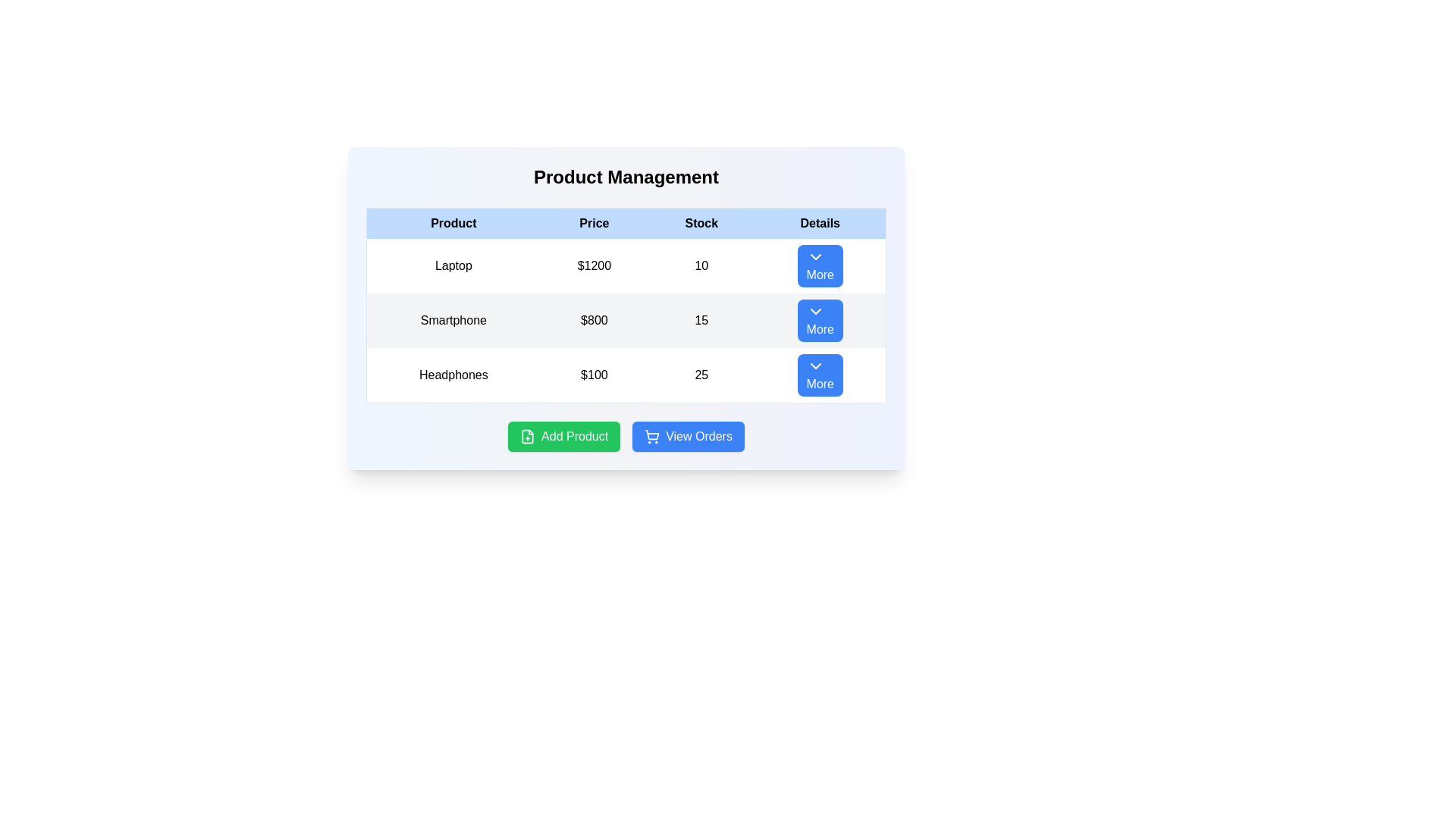 This screenshot has width=1456, height=819. Describe the element at coordinates (593, 265) in the screenshot. I see `the text label displaying '$1200' in the 'Price' column for the 'Laptop' row` at that location.